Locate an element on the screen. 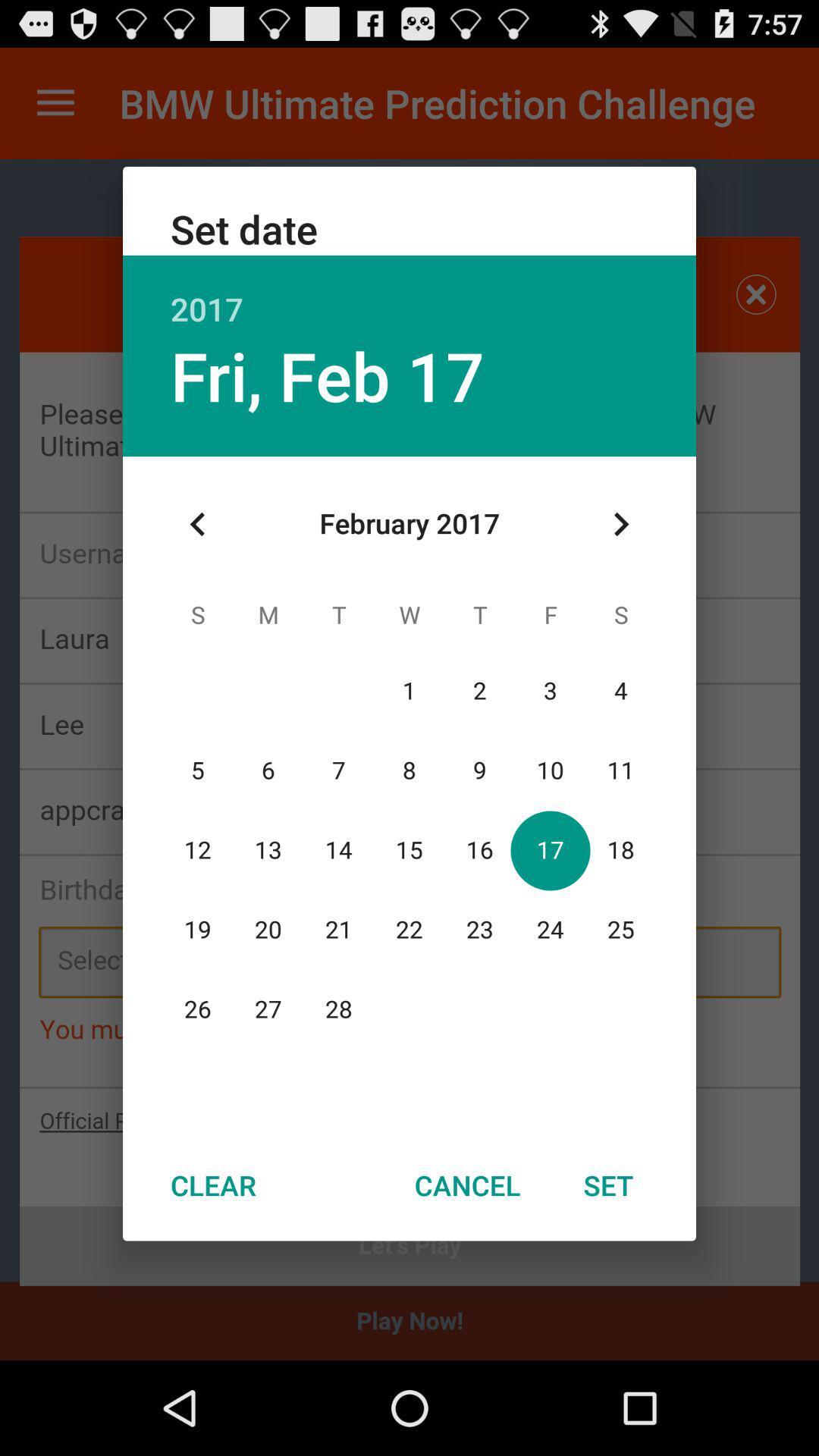 The width and height of the screenshot is (819, 1456). the item below the fri, feb 17 item is located at coordinates (197, 524).